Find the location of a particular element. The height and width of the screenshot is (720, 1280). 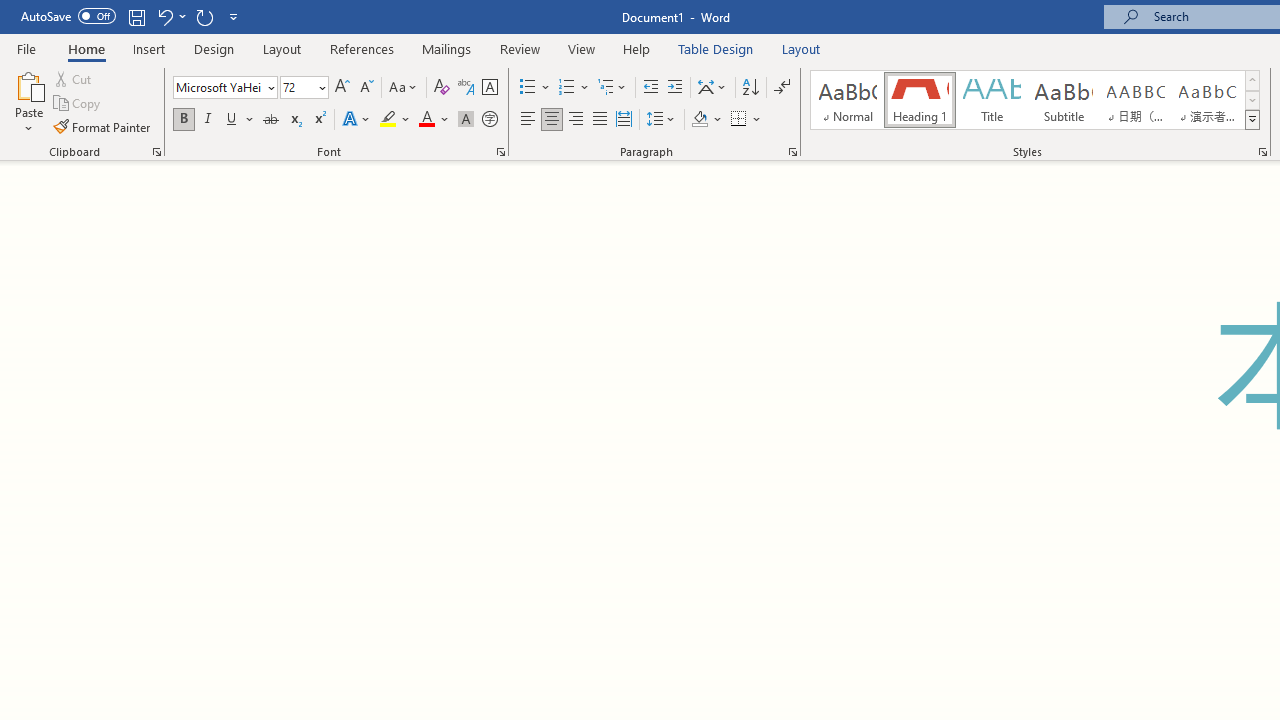

'Font Color Red' is located at coordinates (425, 119).